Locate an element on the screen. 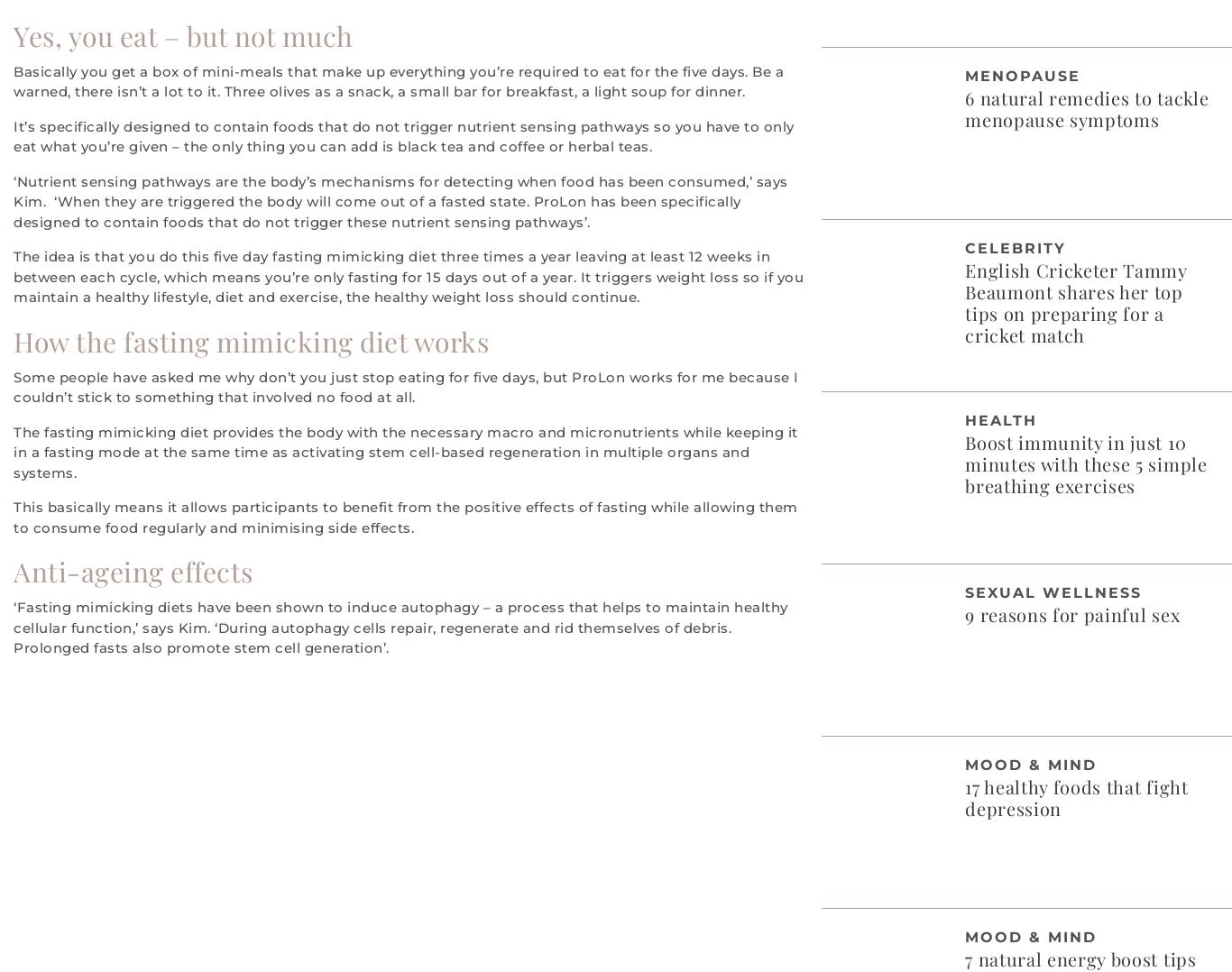 This screenshot has height=972, width=1232. '‘Nutrient sensing pathways are the body’s mechanisms for detecting when food has been consumed,’ says Kim.  ‘When they are triggered the body will come out of a fasted state. ProLon has been specifically designed to contain foods that do not trigger these nutrient sensing pathways’.' is located at coordinates (399, 201).